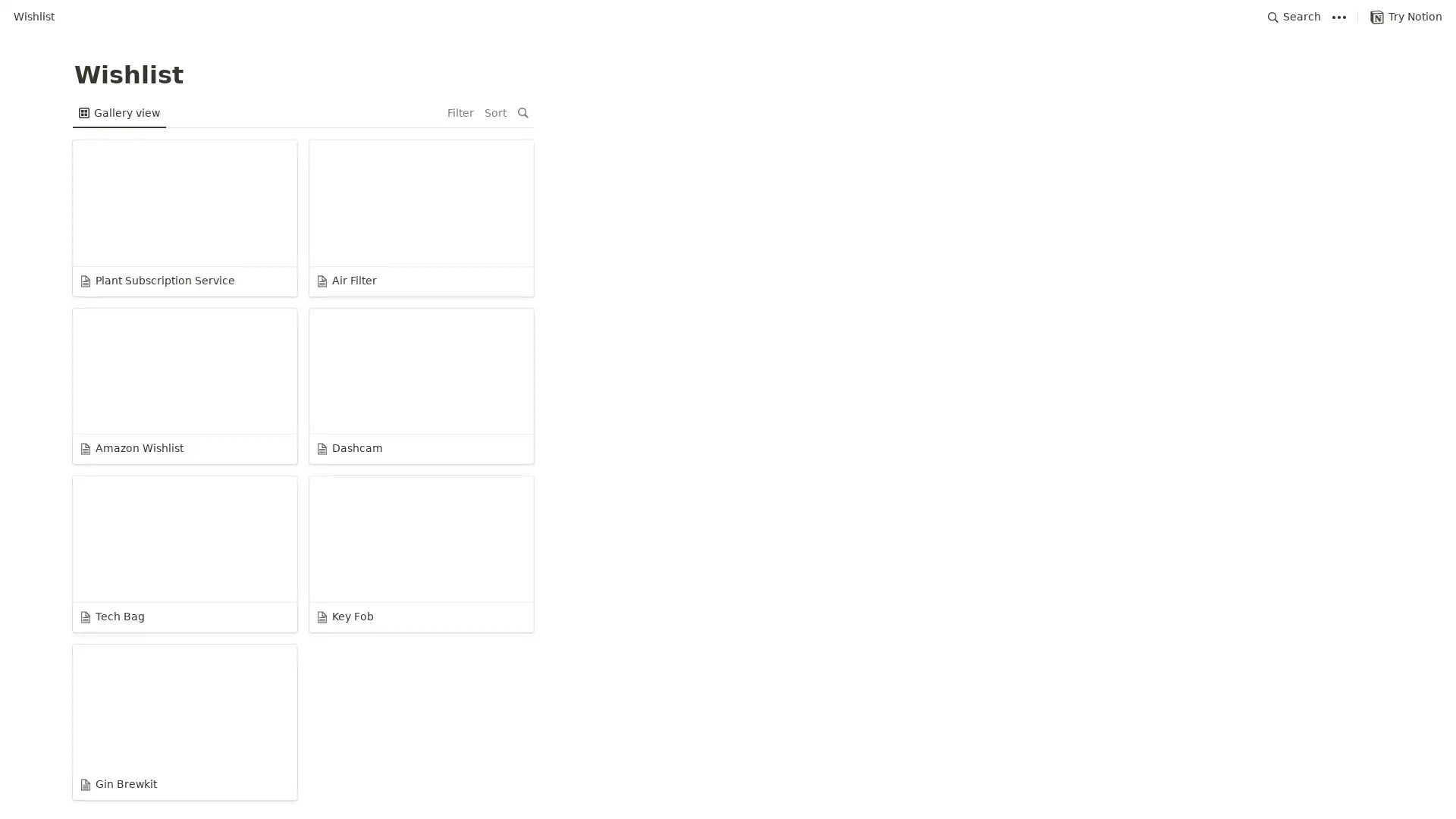 The height and width of the screenshot is (819, 1456). I want to click on Wishlist, so click(33, 17).